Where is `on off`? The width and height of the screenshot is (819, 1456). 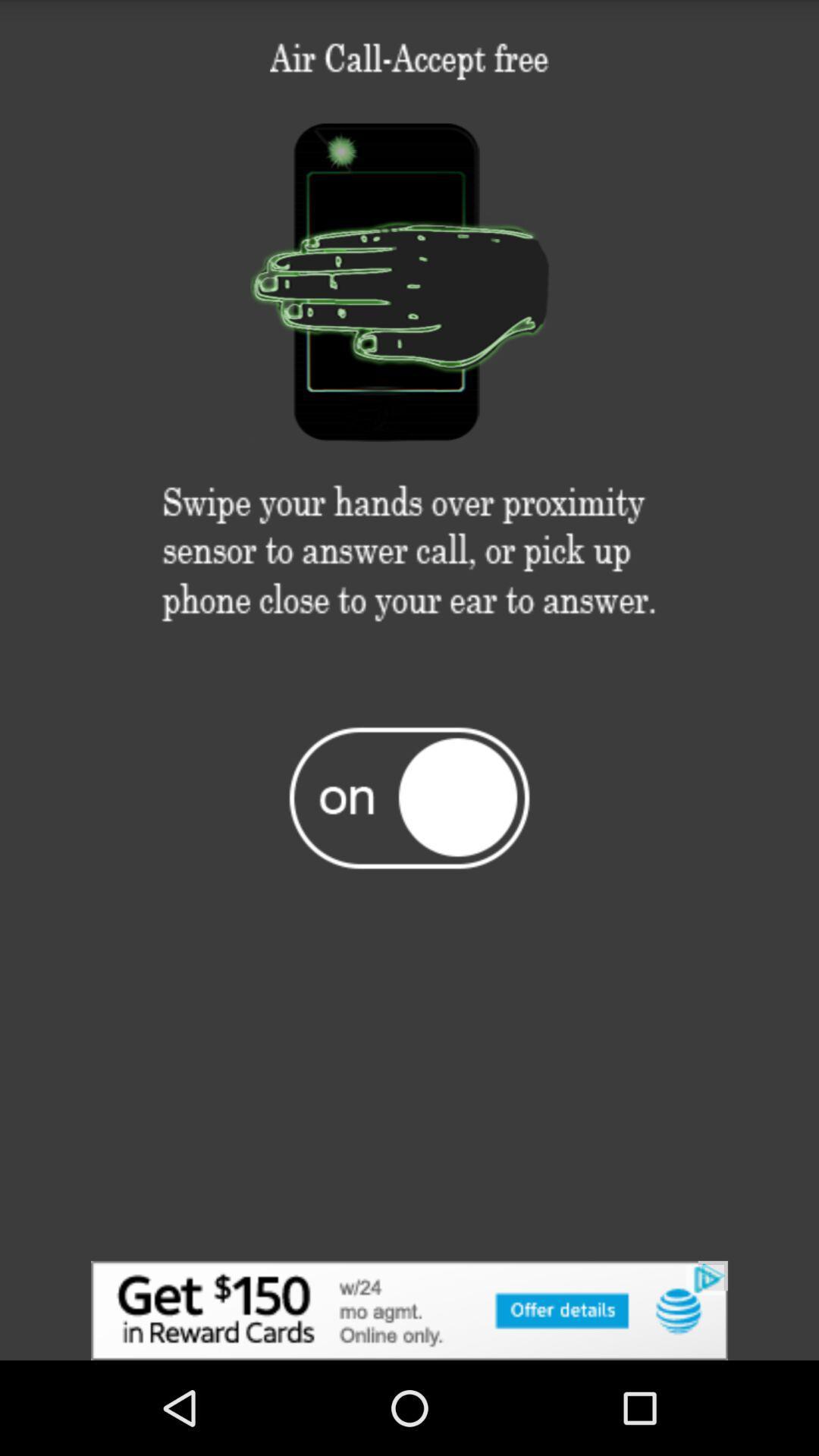
on off is located at coordinates (409, 796).